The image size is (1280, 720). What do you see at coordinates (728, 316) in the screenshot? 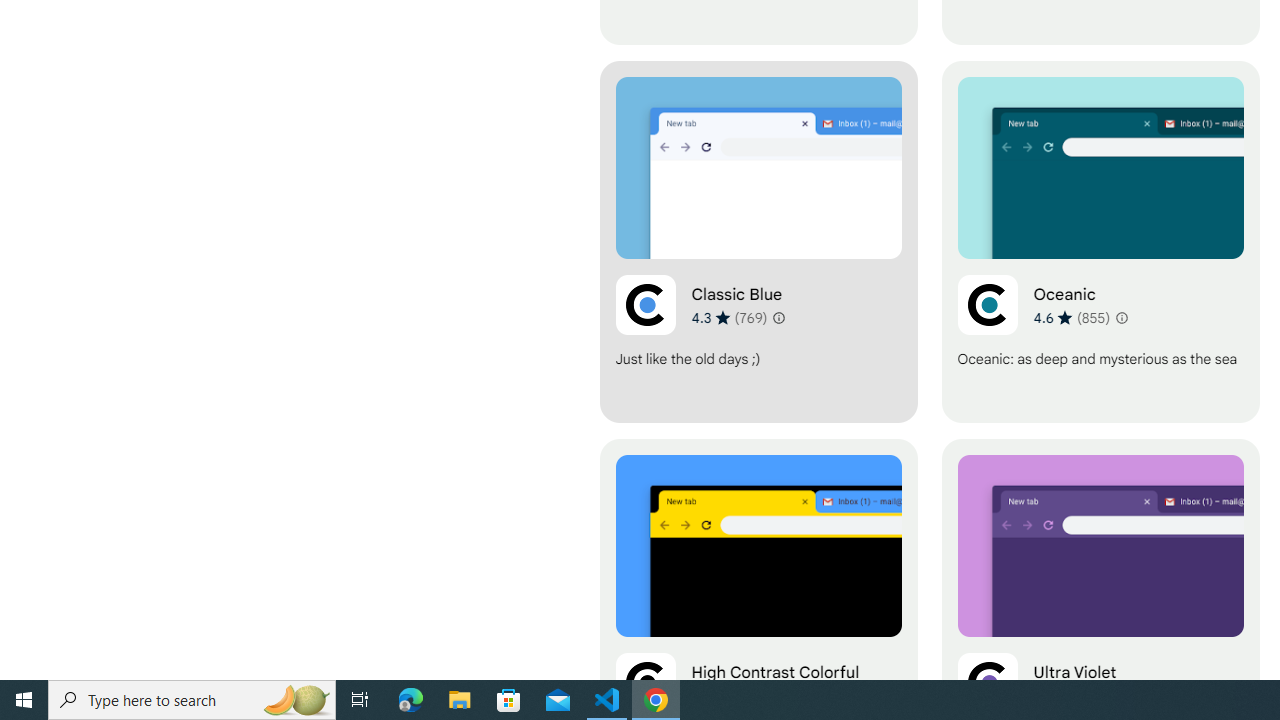
I see `'Average rating 4.3 out of 5 stars. 769 ratings.'` at bounding box center [728, 316].